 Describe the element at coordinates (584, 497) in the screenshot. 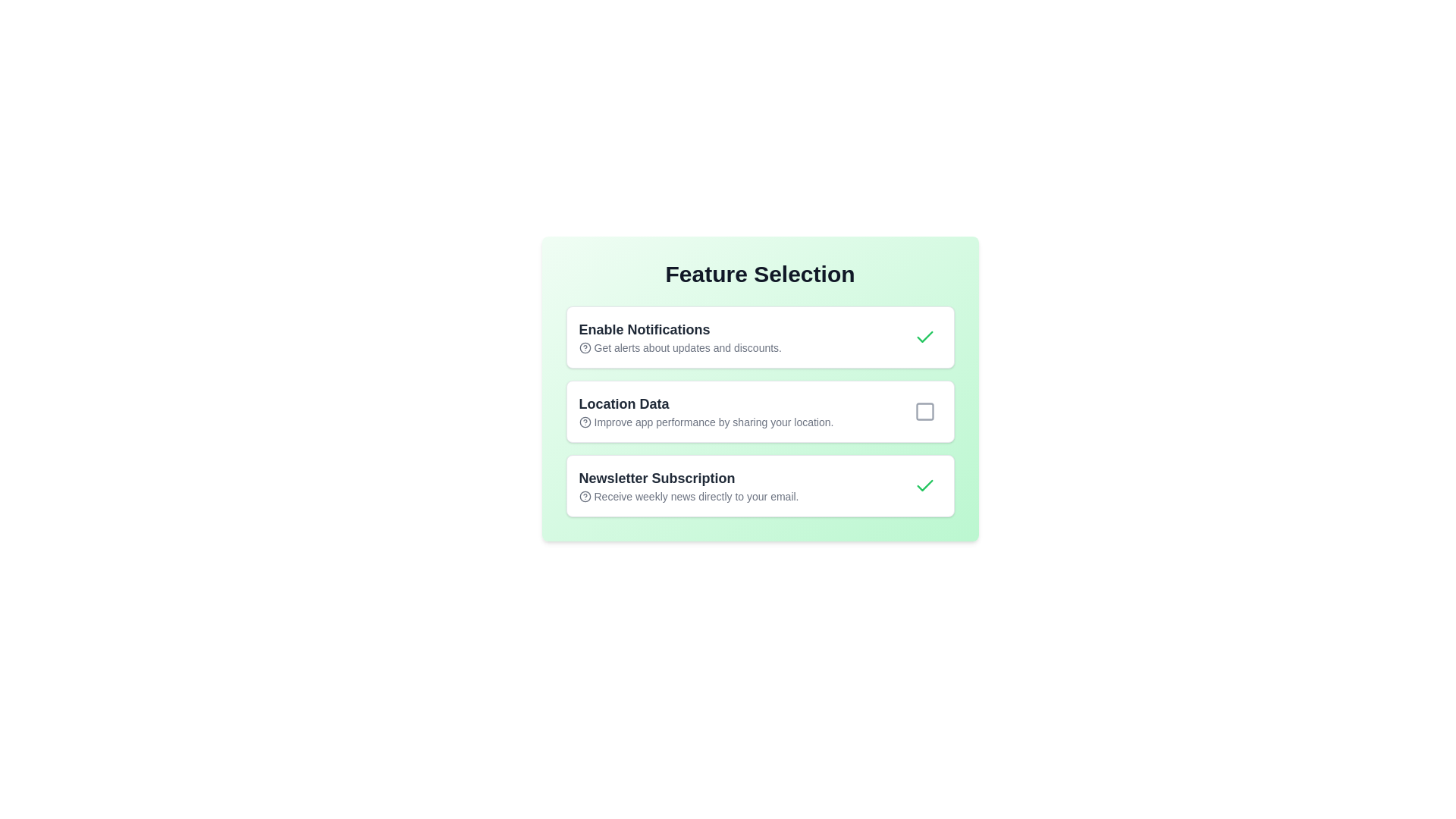

I see `the circular icon with a question mark next to the 'Receive weekly news directly to your email.' text in the 'Newsletter Subscription' feature section` at that location.